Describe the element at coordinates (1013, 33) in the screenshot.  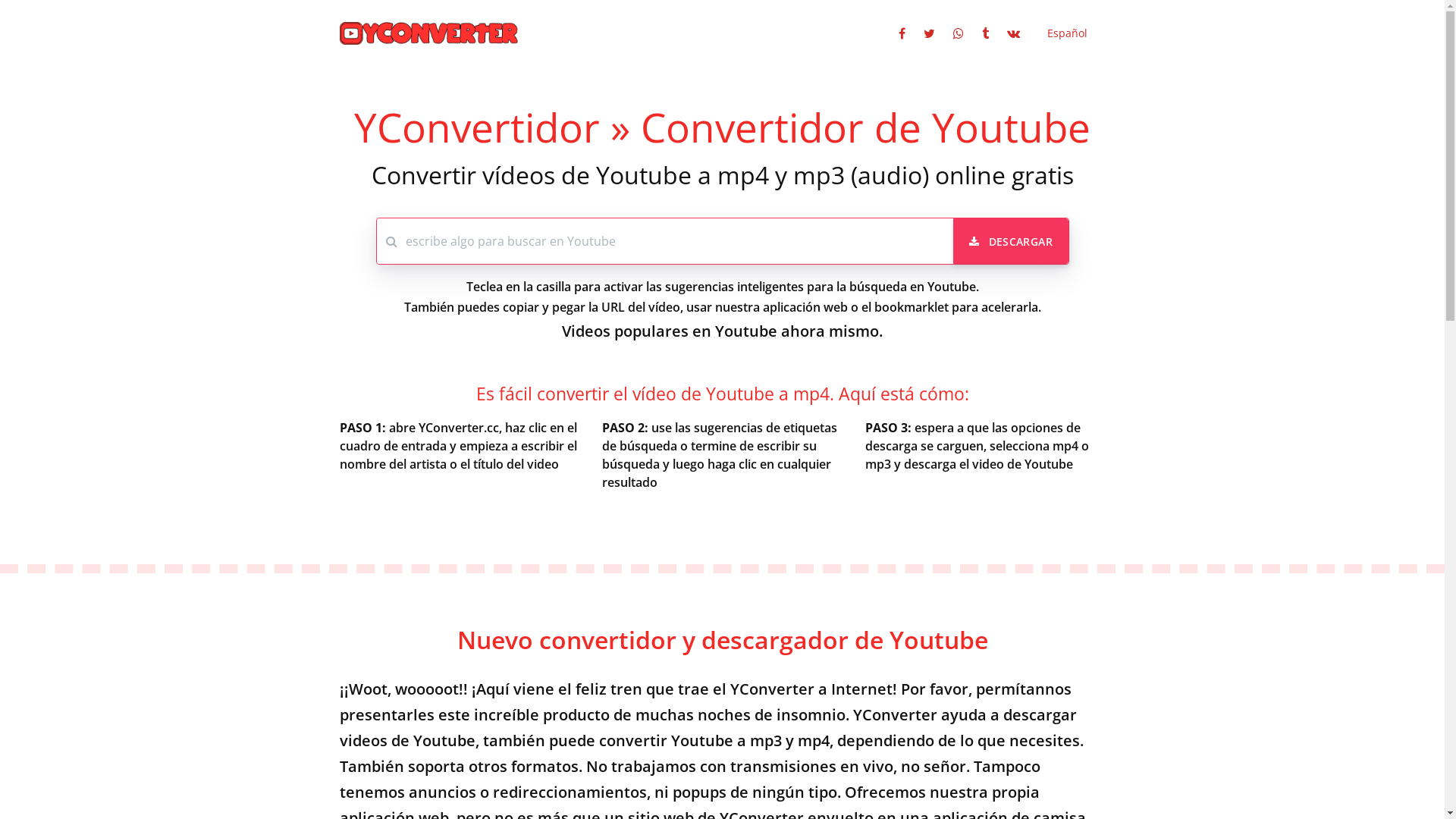
I see `'Compartir en VK'` at that location.